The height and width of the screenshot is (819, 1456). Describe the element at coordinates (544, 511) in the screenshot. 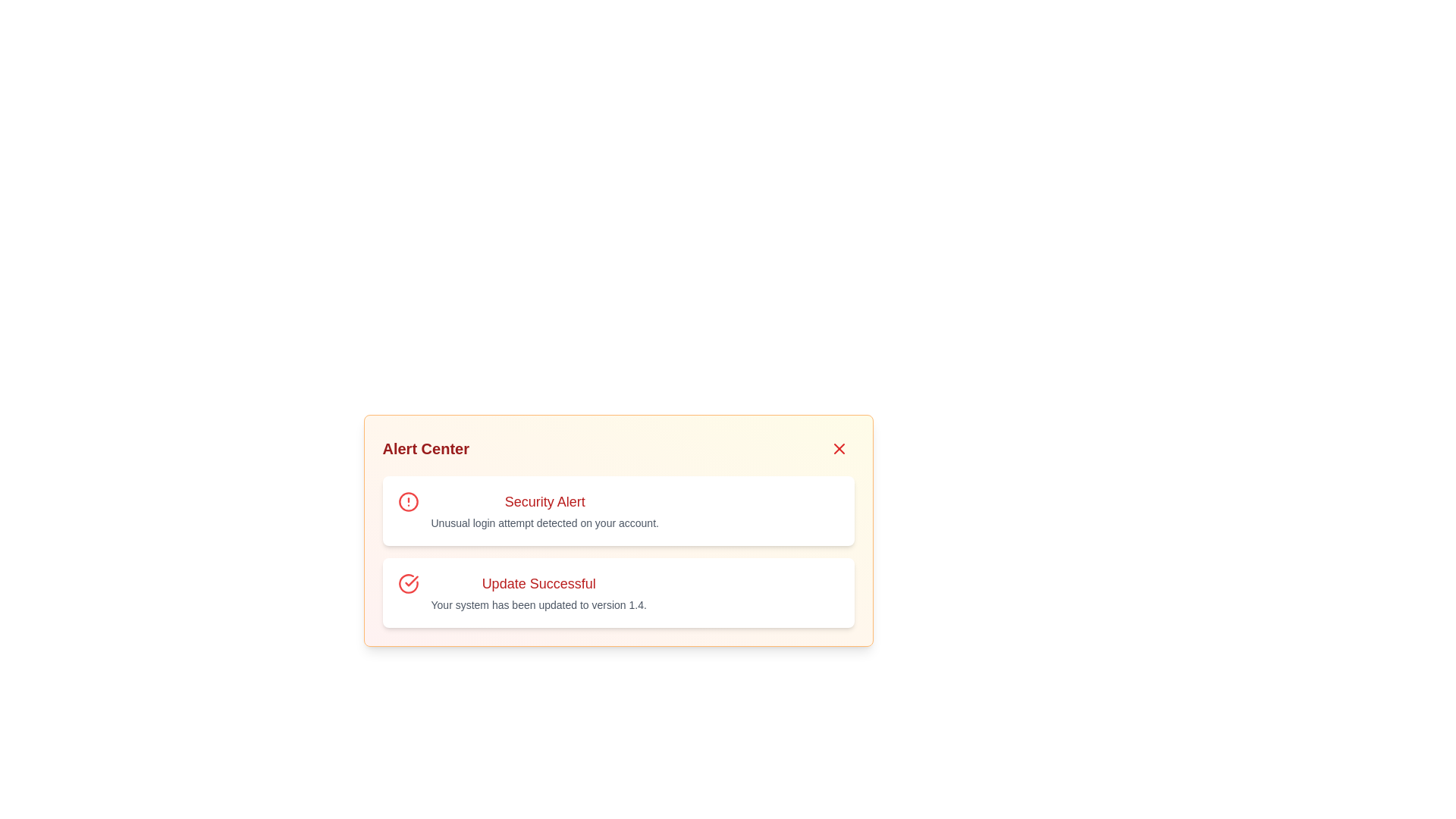

I see `the textual notification block alerting the user about an unusual login attempt, which is the first item in the Alert Center panel` at that location.